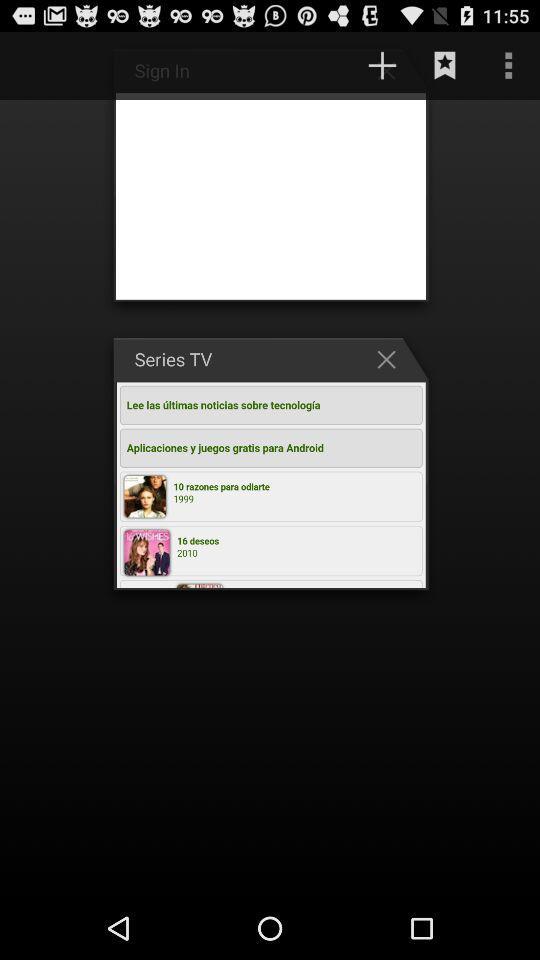 The image size is (540, 960). Describe the element at coordinates (298, 65) in the screenshot. I see `app above the series tv item` at that location.